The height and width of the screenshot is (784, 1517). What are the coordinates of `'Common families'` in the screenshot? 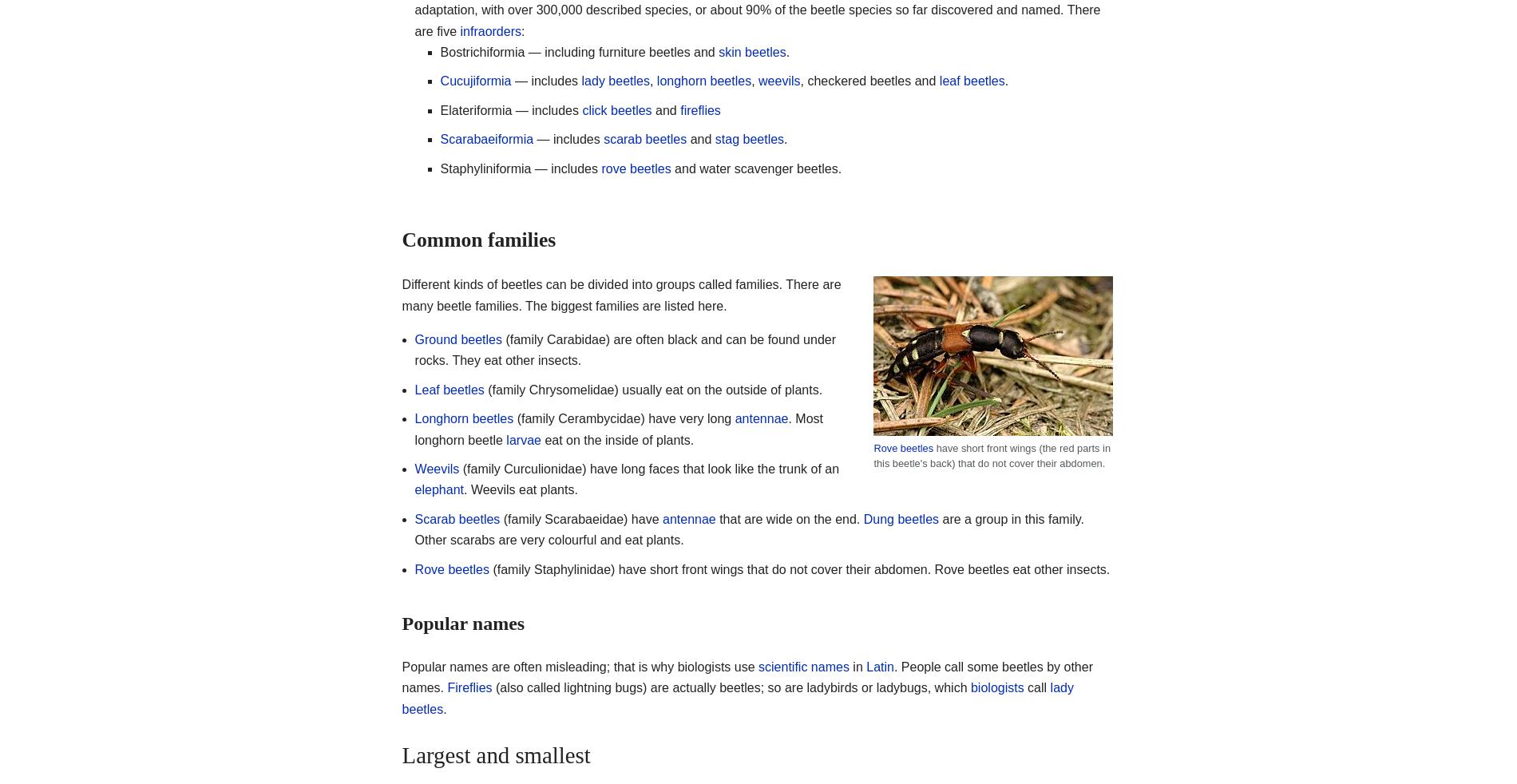 It's located at (478, 240).